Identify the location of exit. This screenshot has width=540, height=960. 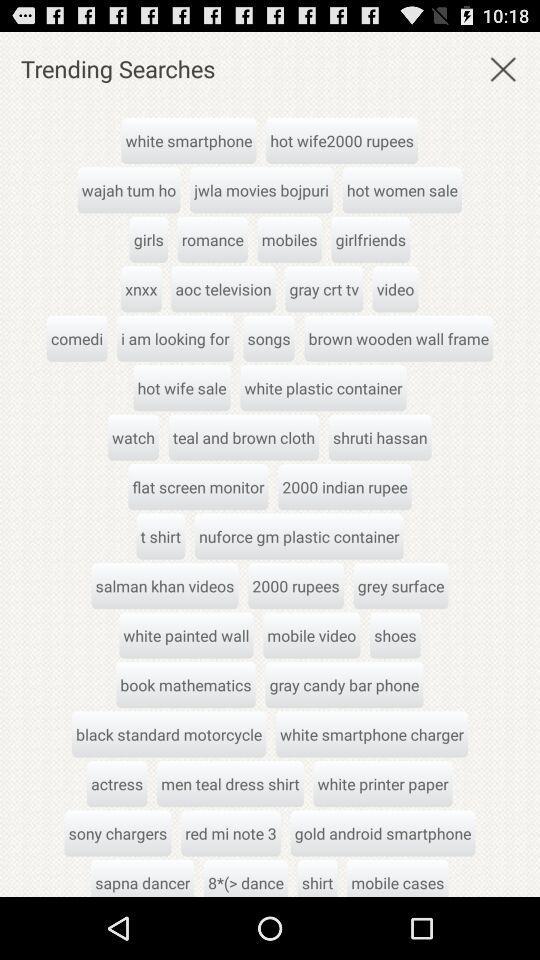
(502, 68).